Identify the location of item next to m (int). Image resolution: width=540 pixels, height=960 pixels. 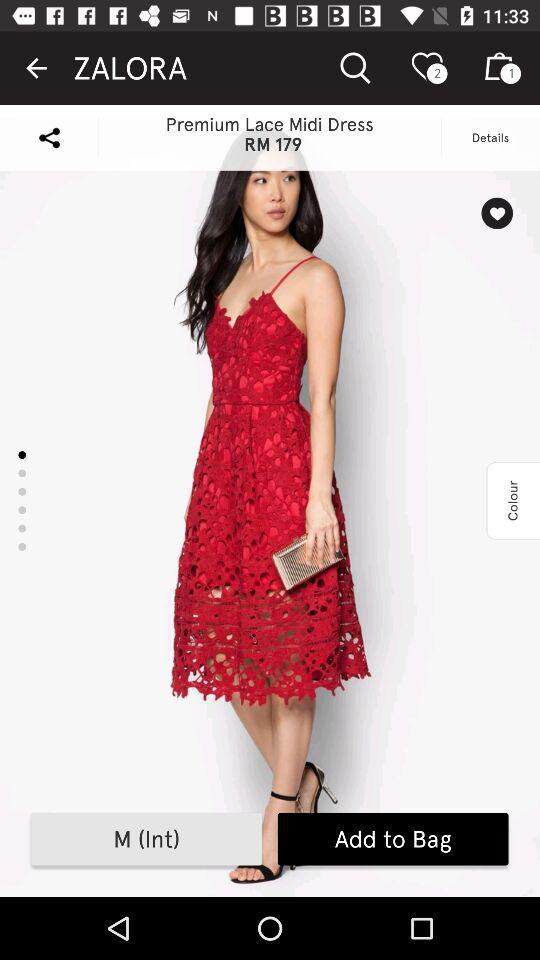
(393, 839).